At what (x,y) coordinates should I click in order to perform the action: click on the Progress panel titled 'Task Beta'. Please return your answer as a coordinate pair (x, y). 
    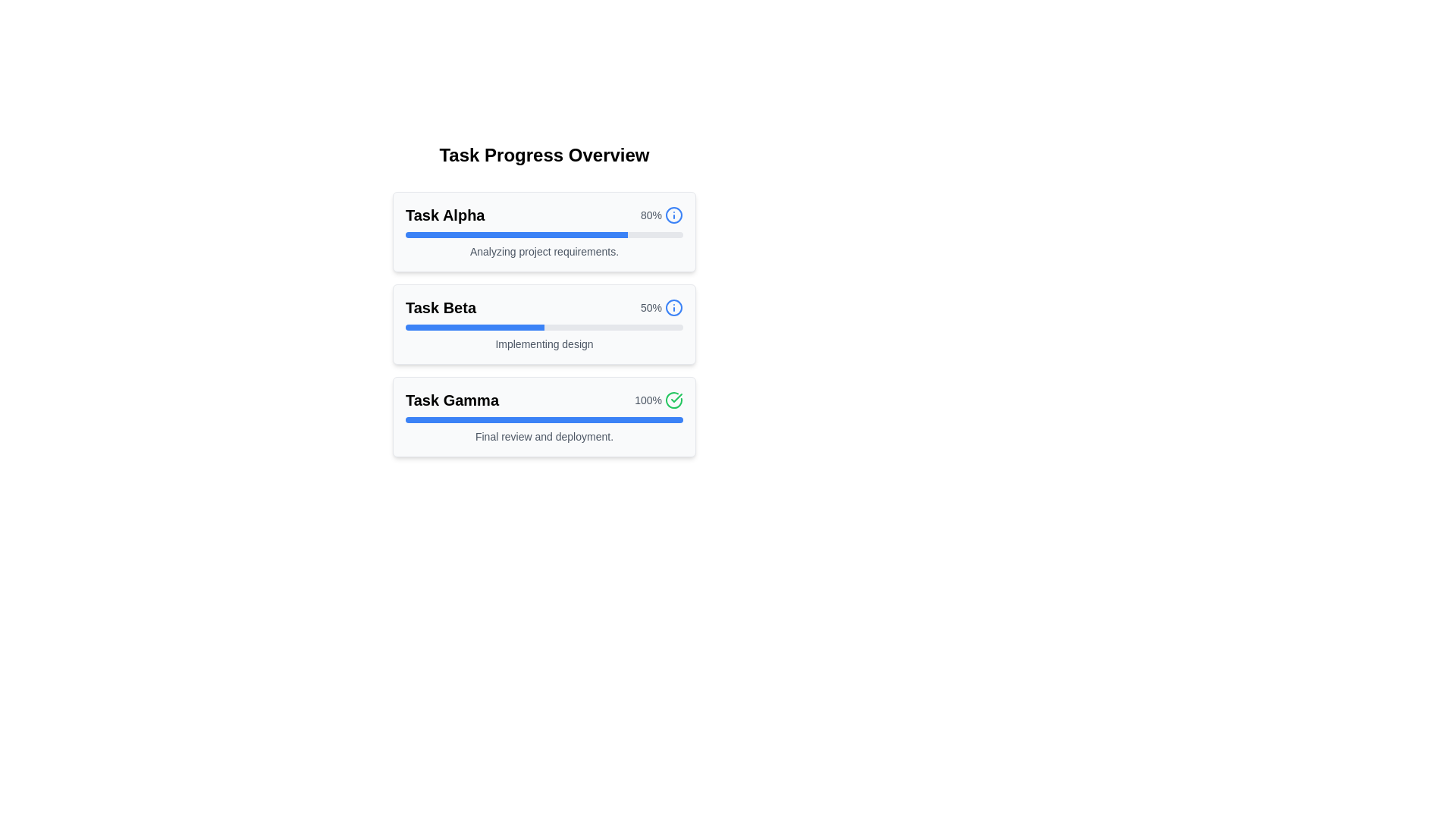
    Looking at the image, I should click on (544, 324).